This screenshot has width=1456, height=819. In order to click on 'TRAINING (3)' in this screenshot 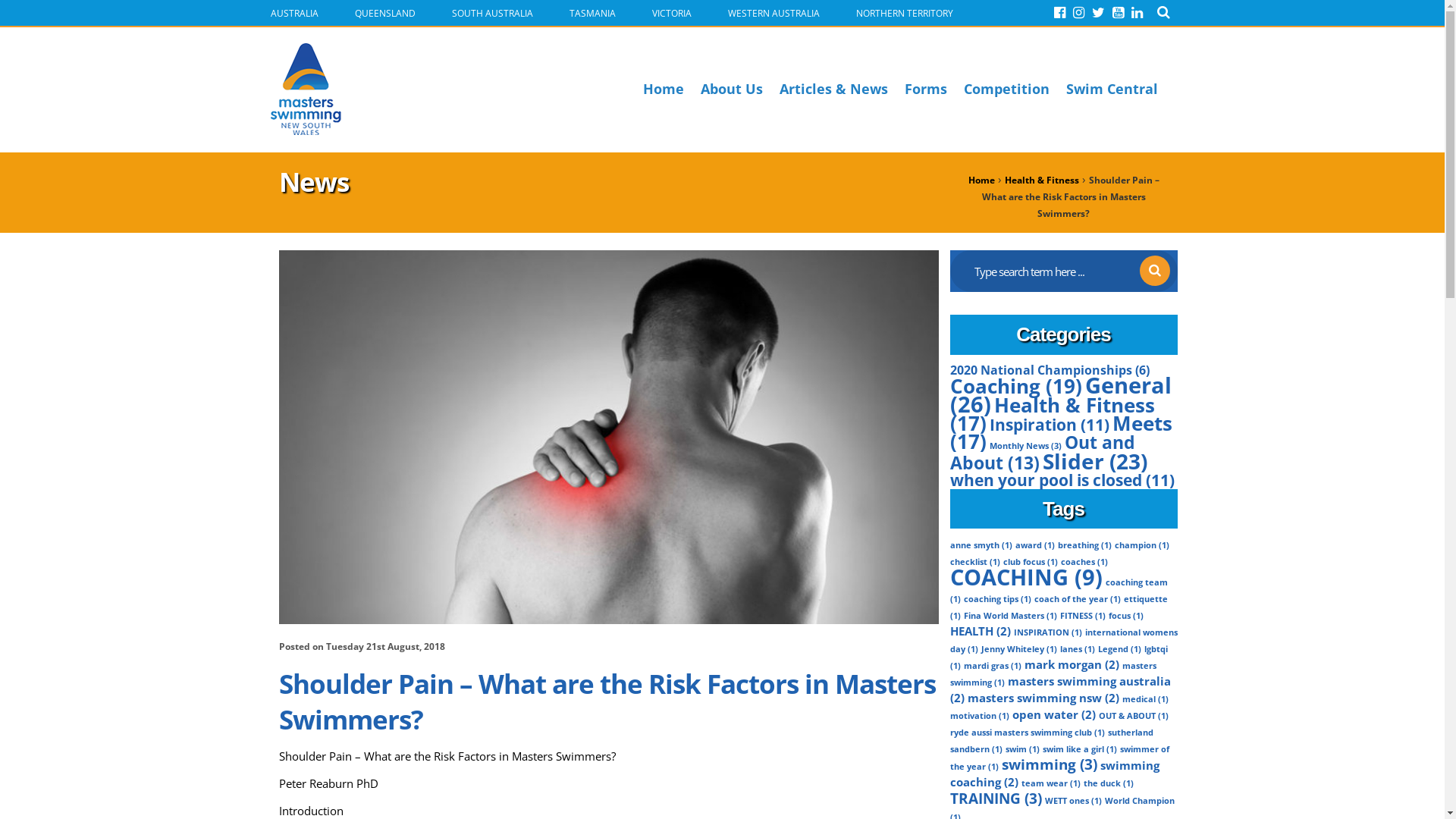, I will do `click(995, 797)`.